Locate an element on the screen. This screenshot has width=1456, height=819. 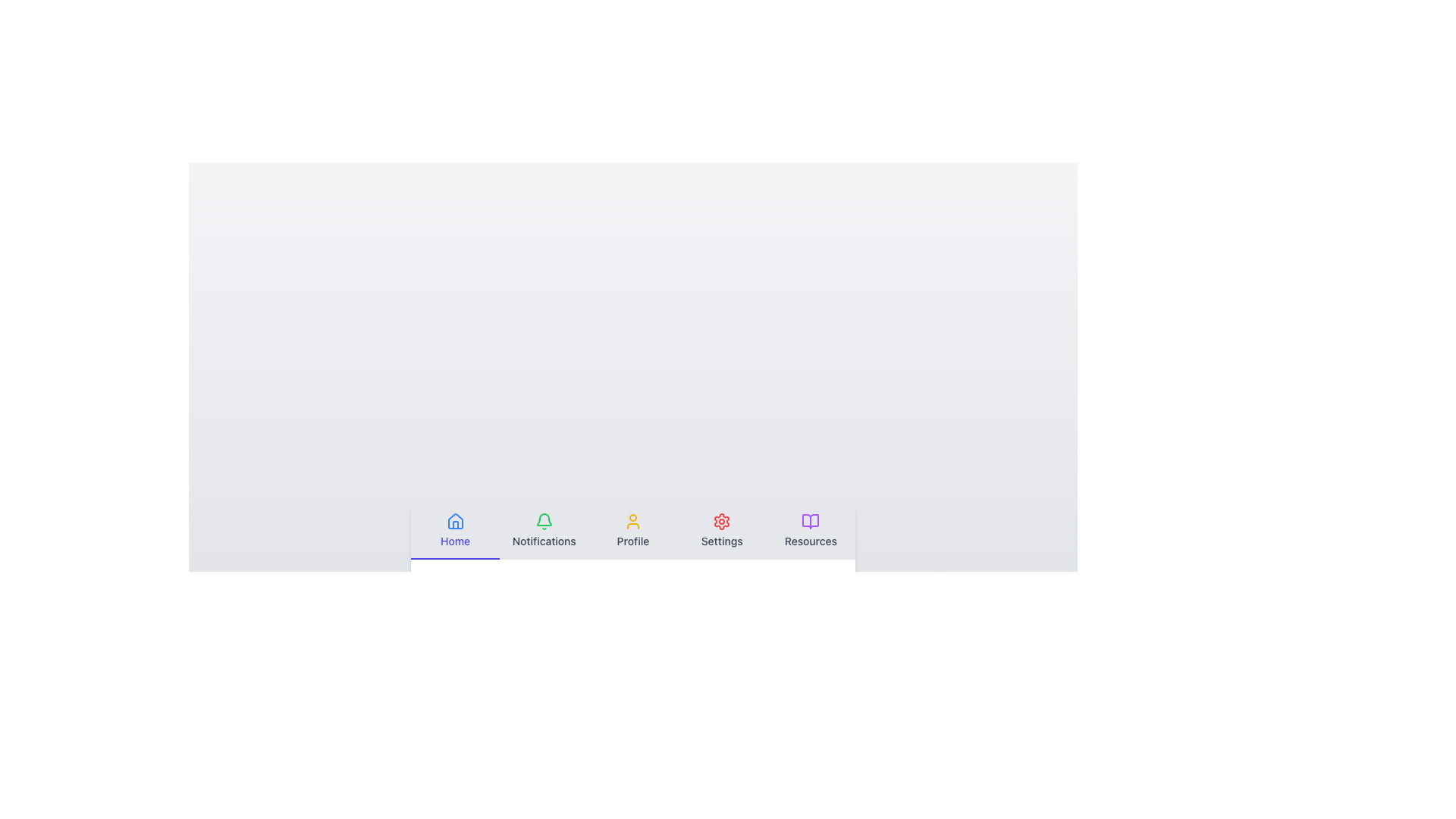
the yellow user icon located in the center of the 'Profile' section of the navigation bar is located at coordinates (633, 520).